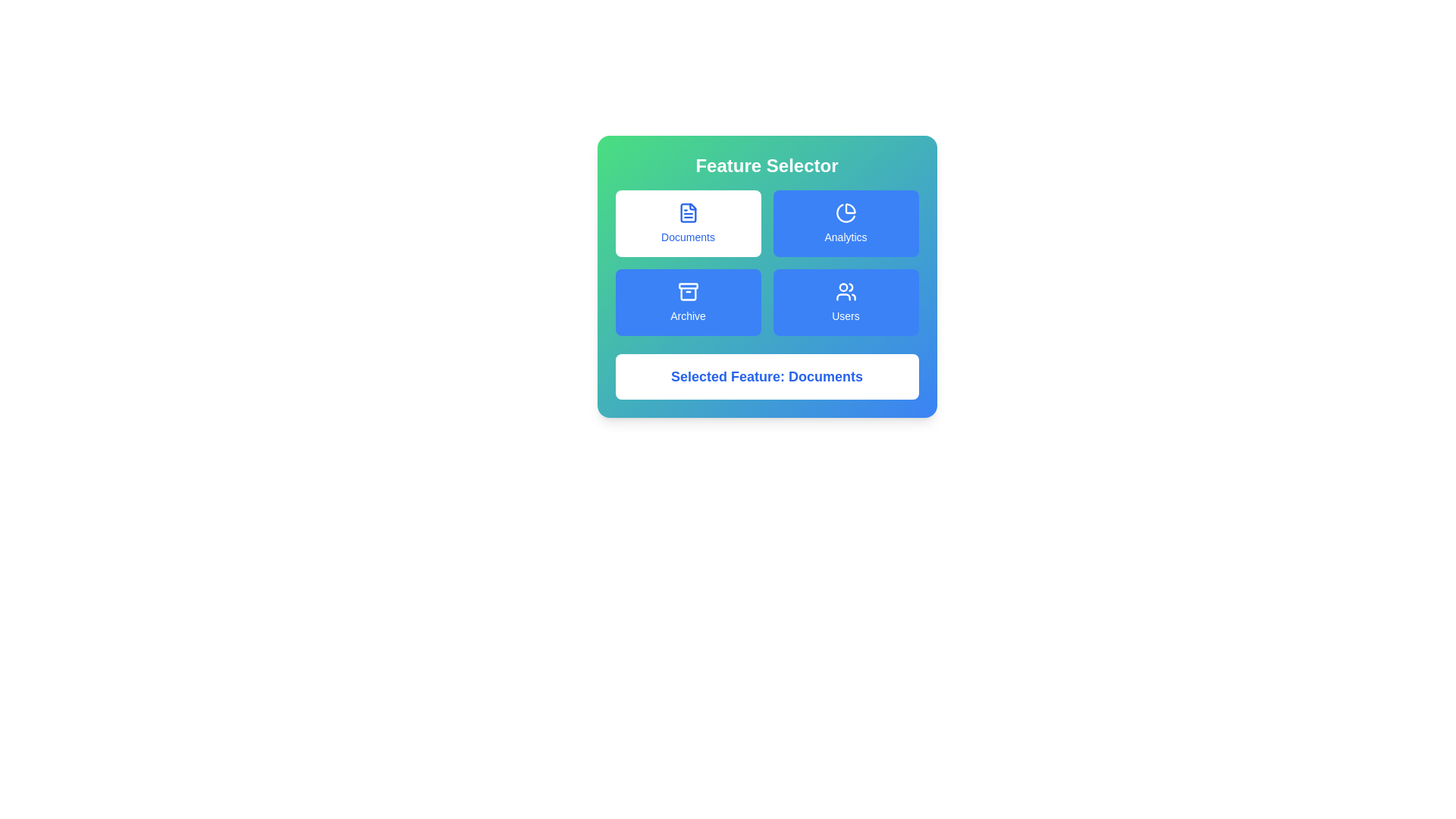 The height and width of the screenshot is (819, 1456). What do you see at coordinates (845, 292) in the screenshot?
I see `the 'Users' button, which contains an icon of grouped user figures styled as a minimalist vector SVG with outlines` at bounding box center [845, 292].